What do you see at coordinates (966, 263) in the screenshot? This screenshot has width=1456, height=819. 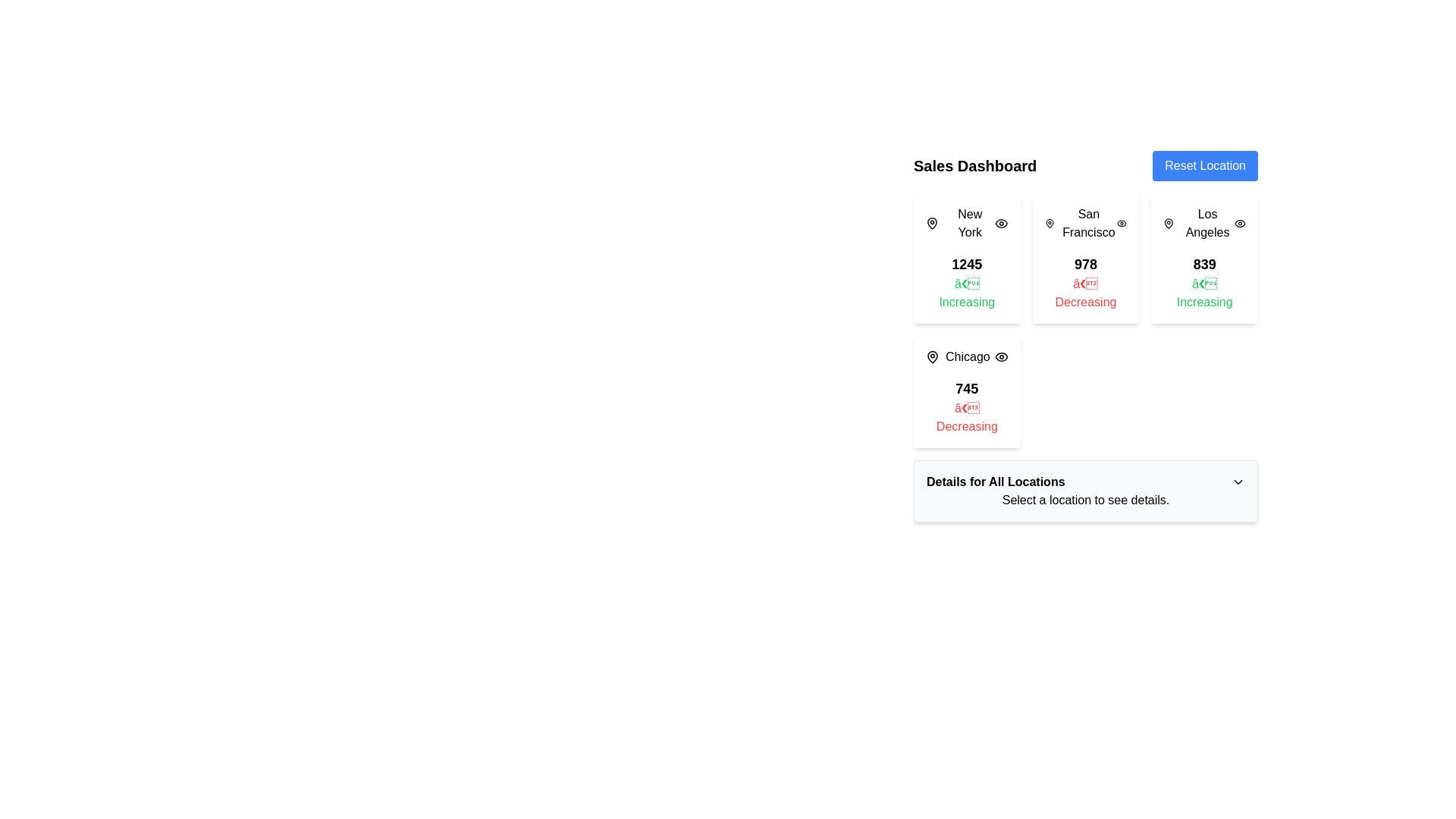 I see `the numeric static text element displaying '1245' located in the upper-central part of the interface within the first card under the label 'New York'` at bounding box center [966, 263].